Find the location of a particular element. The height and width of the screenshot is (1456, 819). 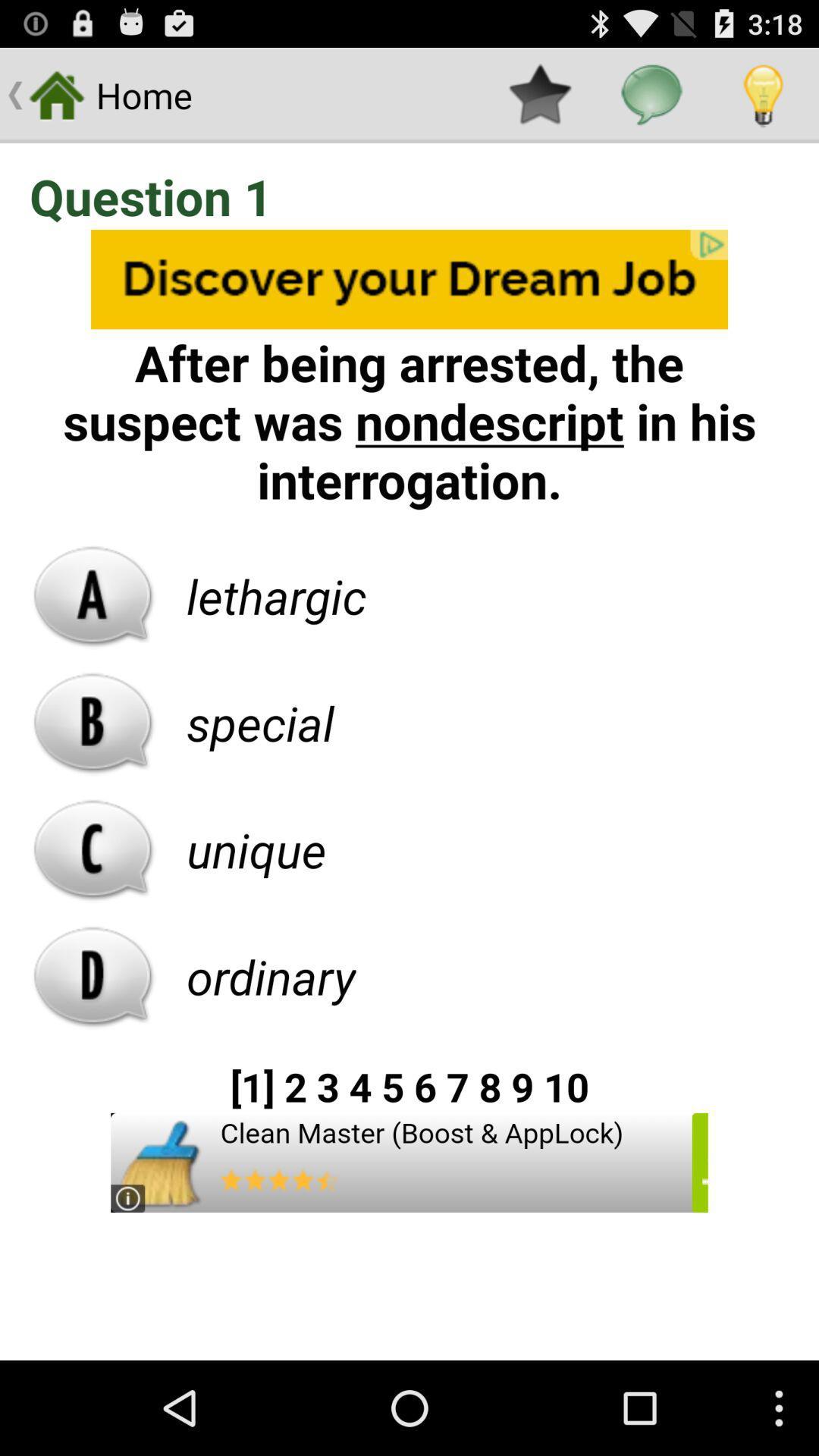

clean master iceon is located at coordinates (409, 1162).